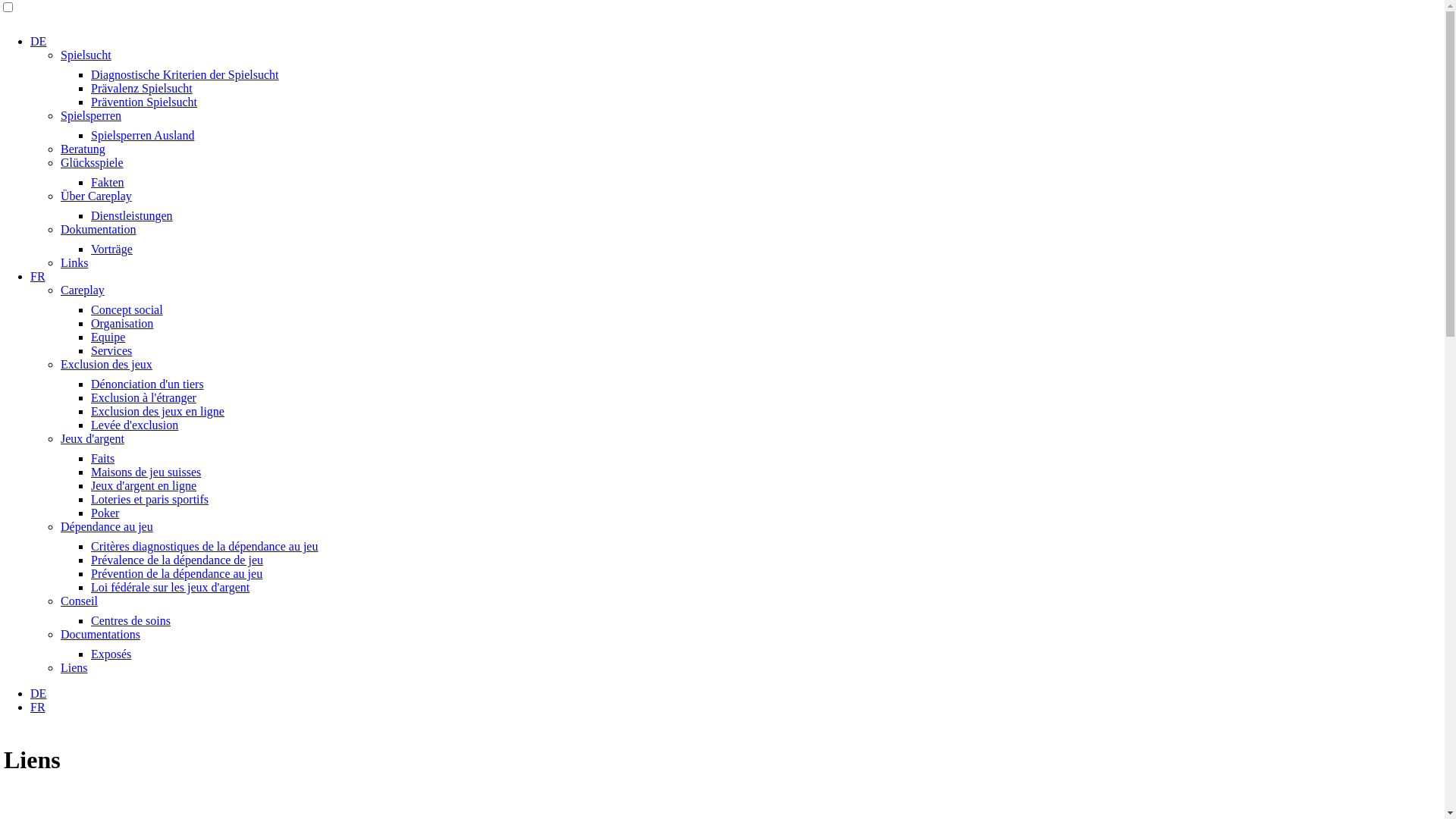  I want to click on 'Fakten', so click(107, 181).